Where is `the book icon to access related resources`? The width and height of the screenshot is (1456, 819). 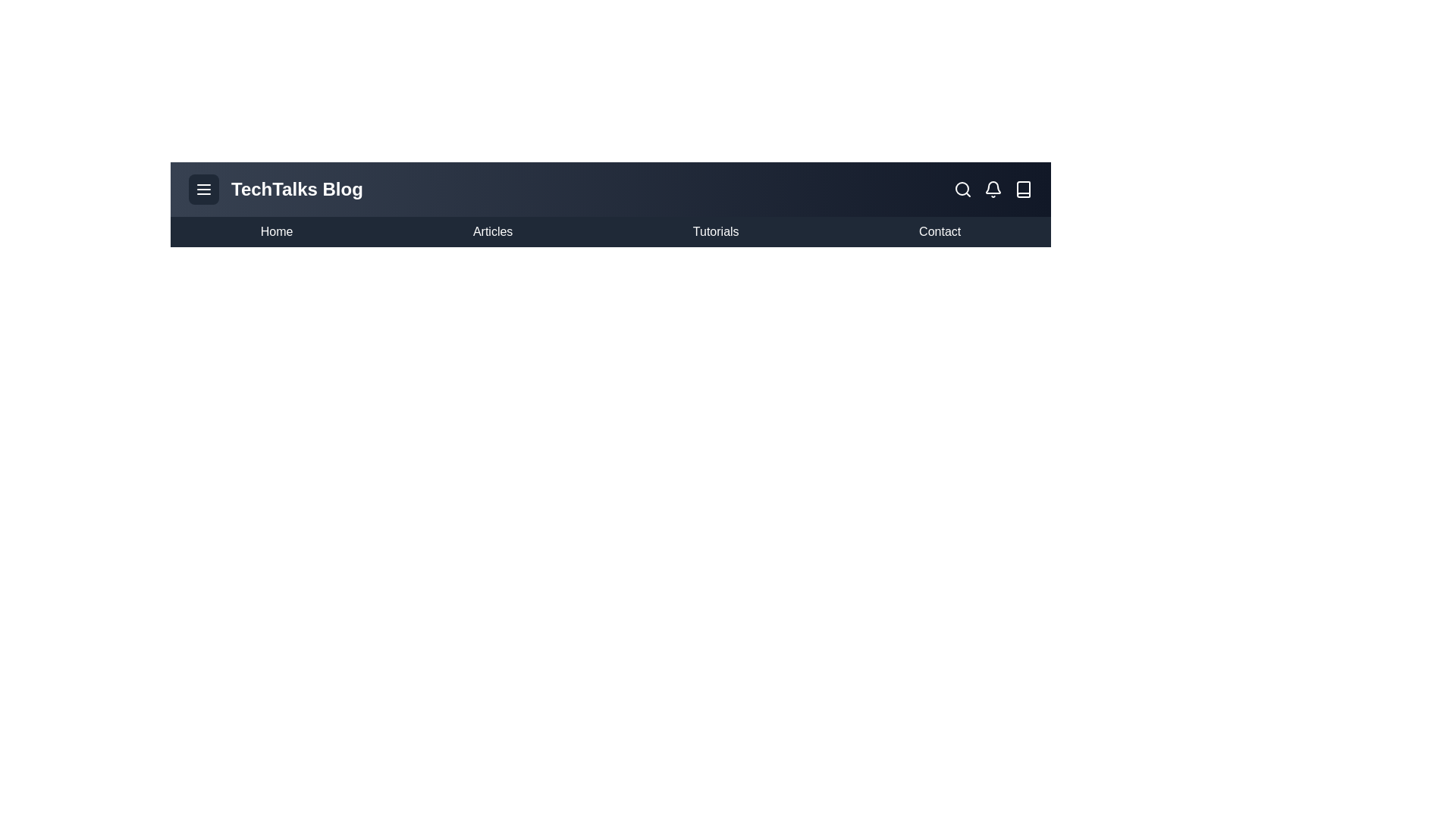
the book icon to access related resources is located at coordinates (1023, 189).